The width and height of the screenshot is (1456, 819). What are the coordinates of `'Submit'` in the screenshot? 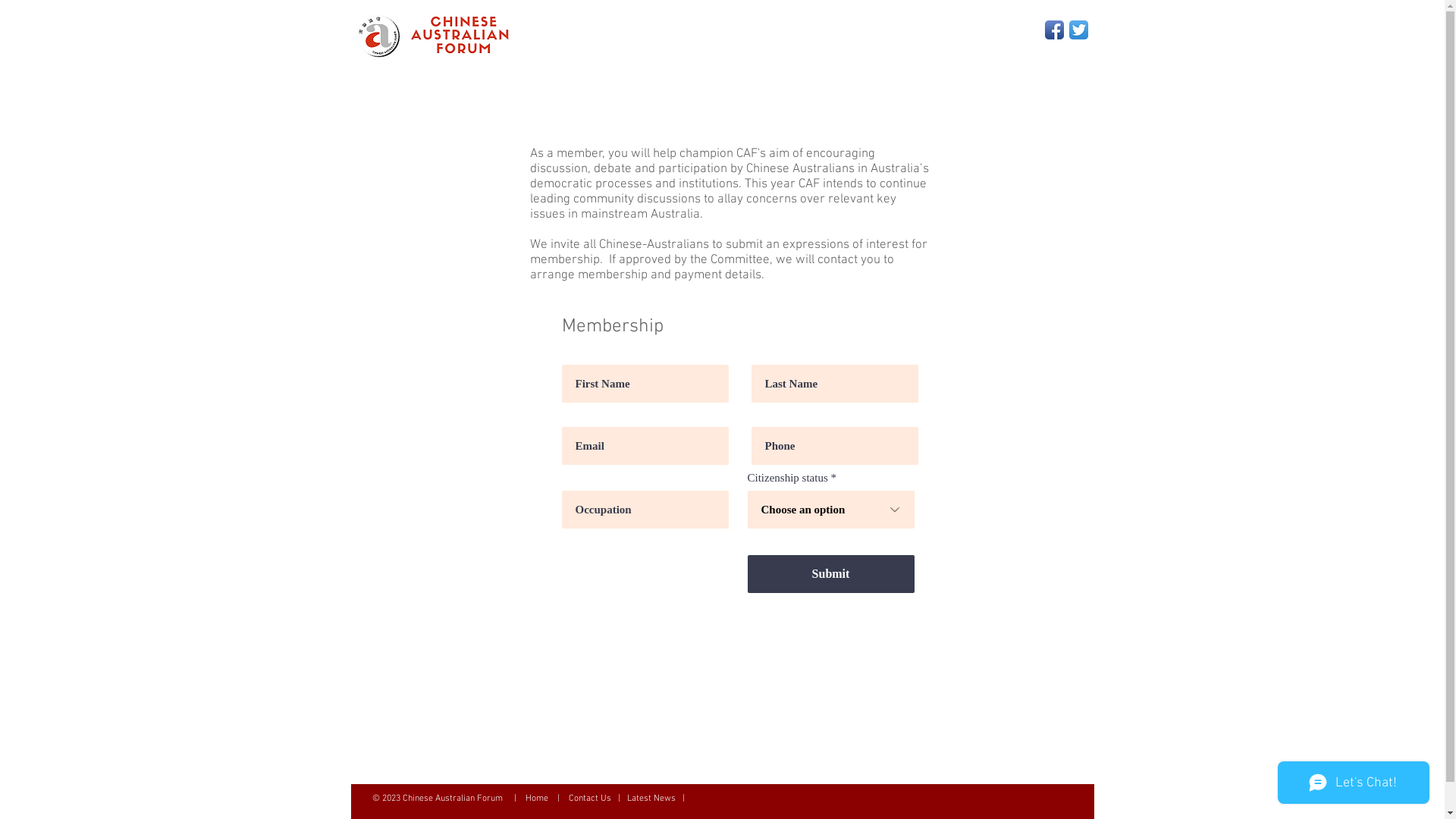 It's located at (747, 573).